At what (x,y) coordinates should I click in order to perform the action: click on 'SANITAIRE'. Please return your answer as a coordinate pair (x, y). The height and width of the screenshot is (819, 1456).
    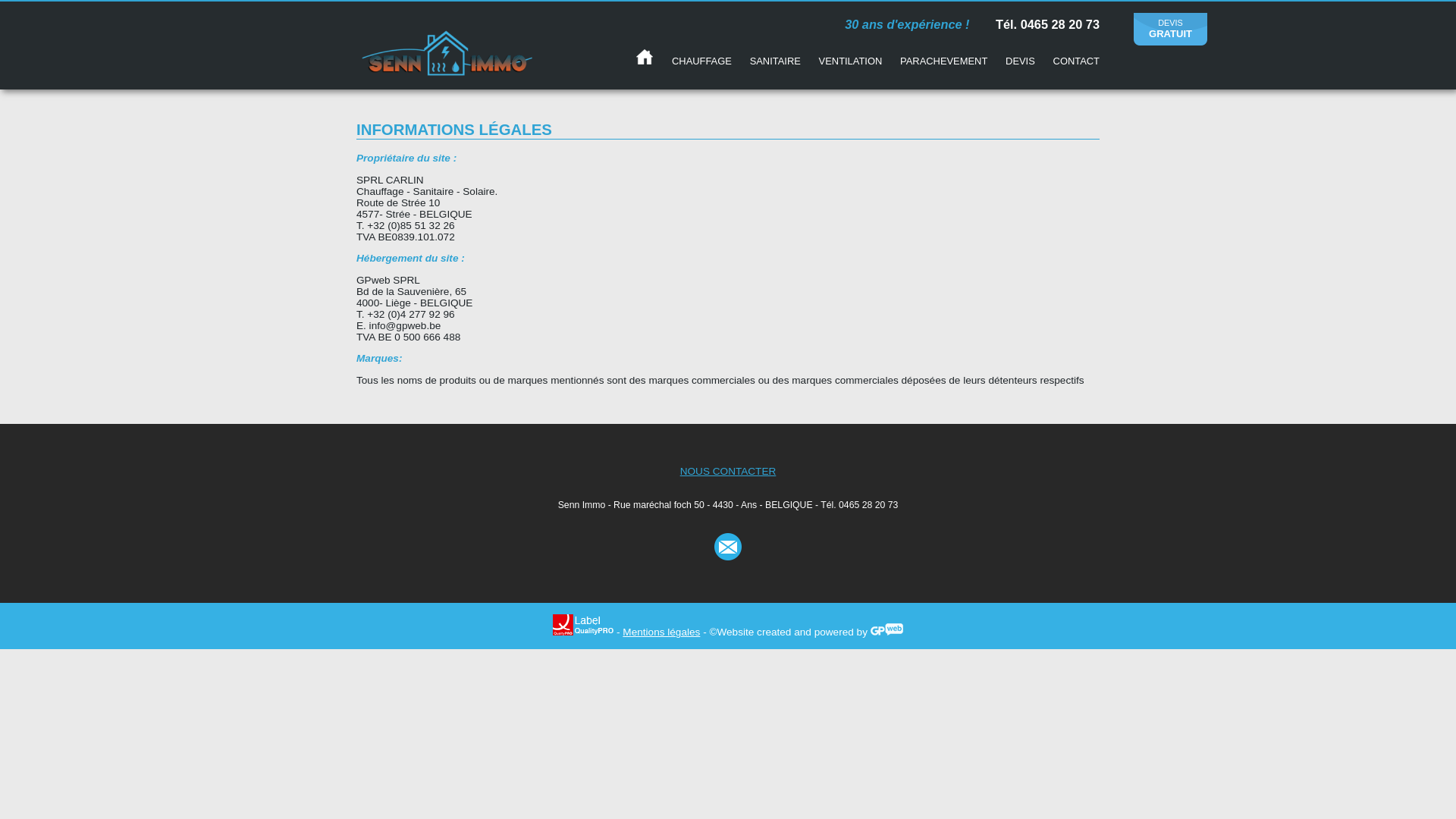
    Looking at the image, I should click on (775, 60).